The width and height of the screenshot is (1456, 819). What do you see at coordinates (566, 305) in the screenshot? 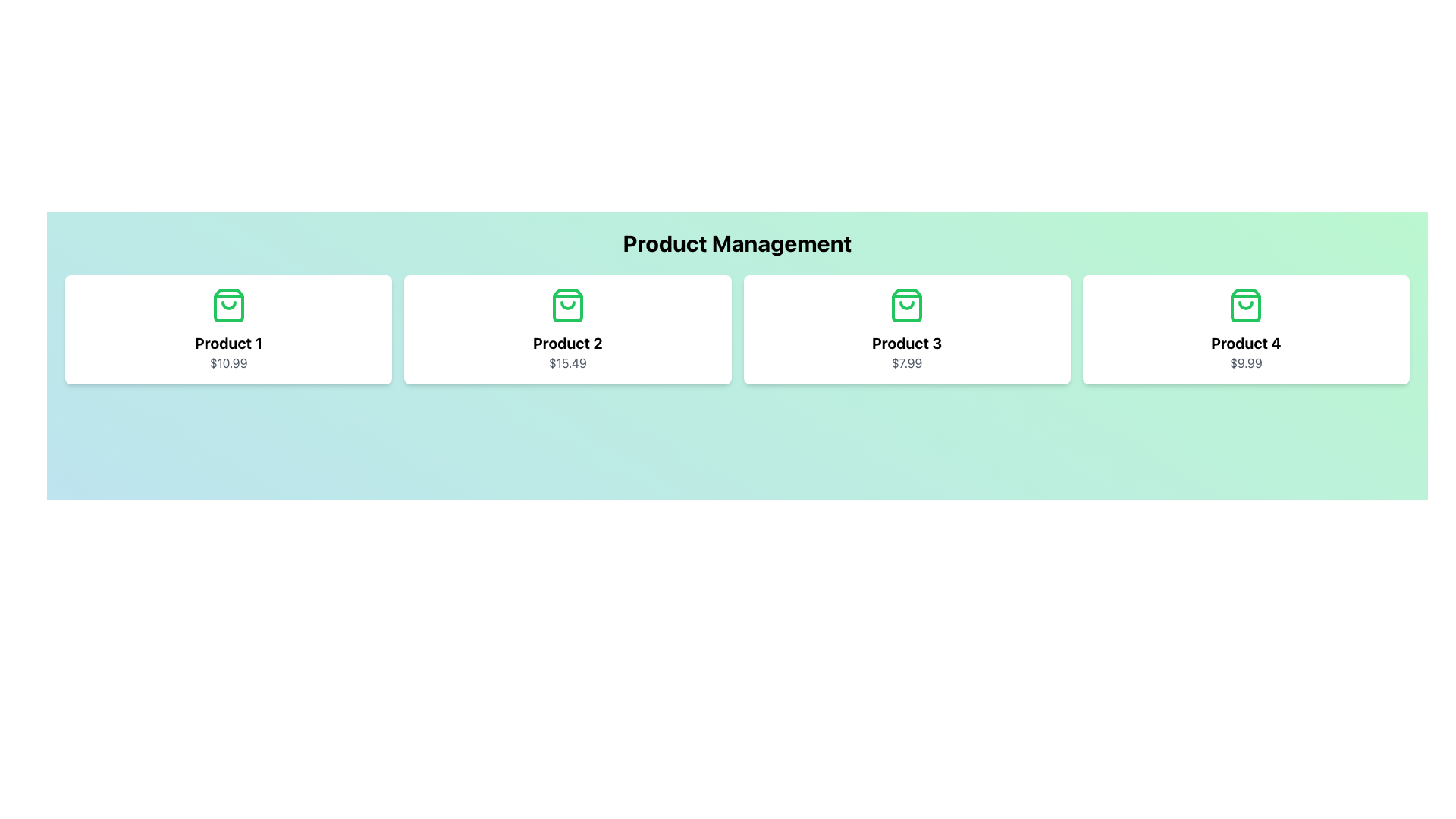
I see `the green shopping bag icon located at the top center of the 'Product 2' card` at bounding box center [566, 305].